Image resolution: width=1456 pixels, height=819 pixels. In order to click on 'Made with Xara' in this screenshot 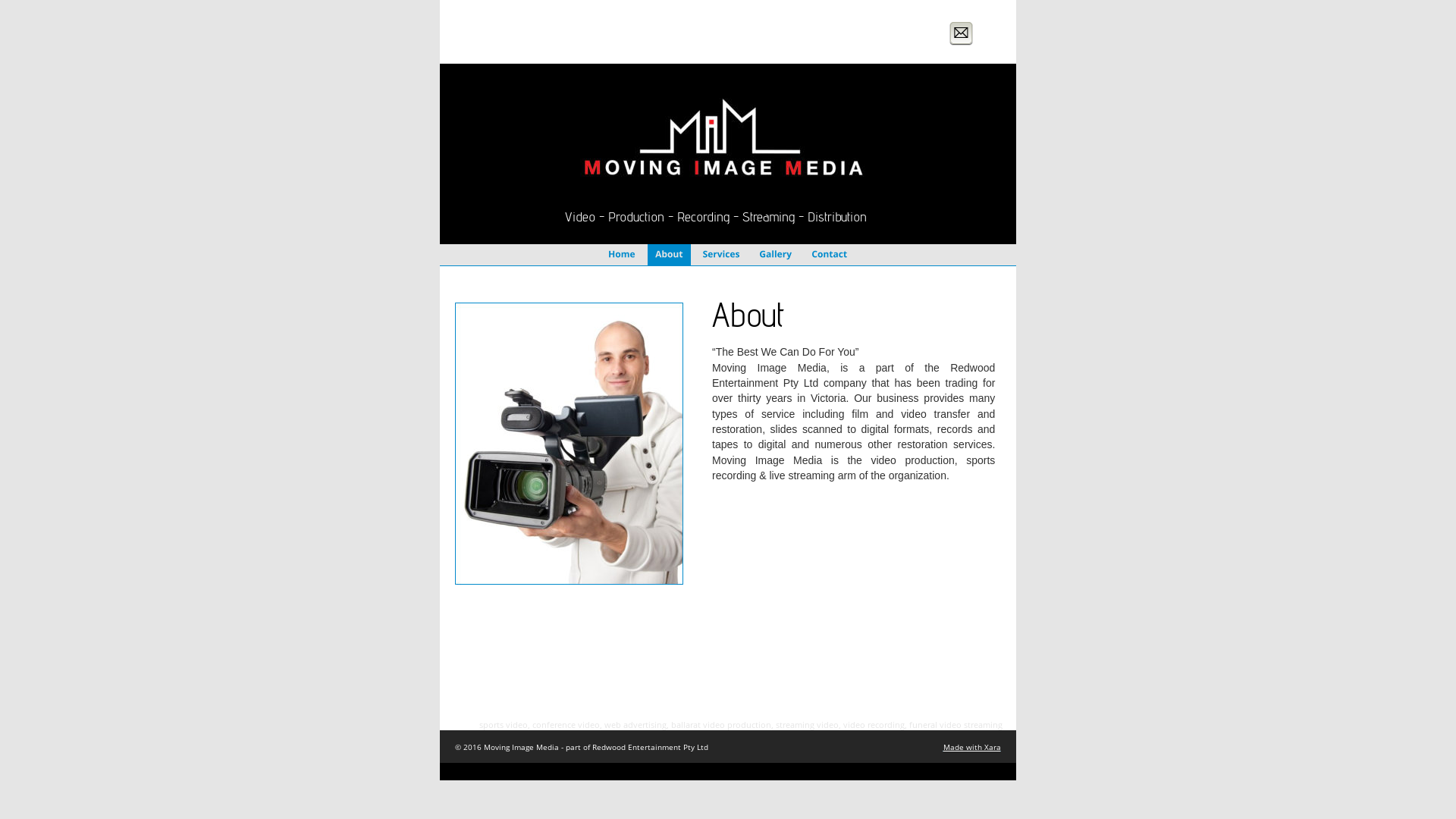, I will do `click(971, 745)`.